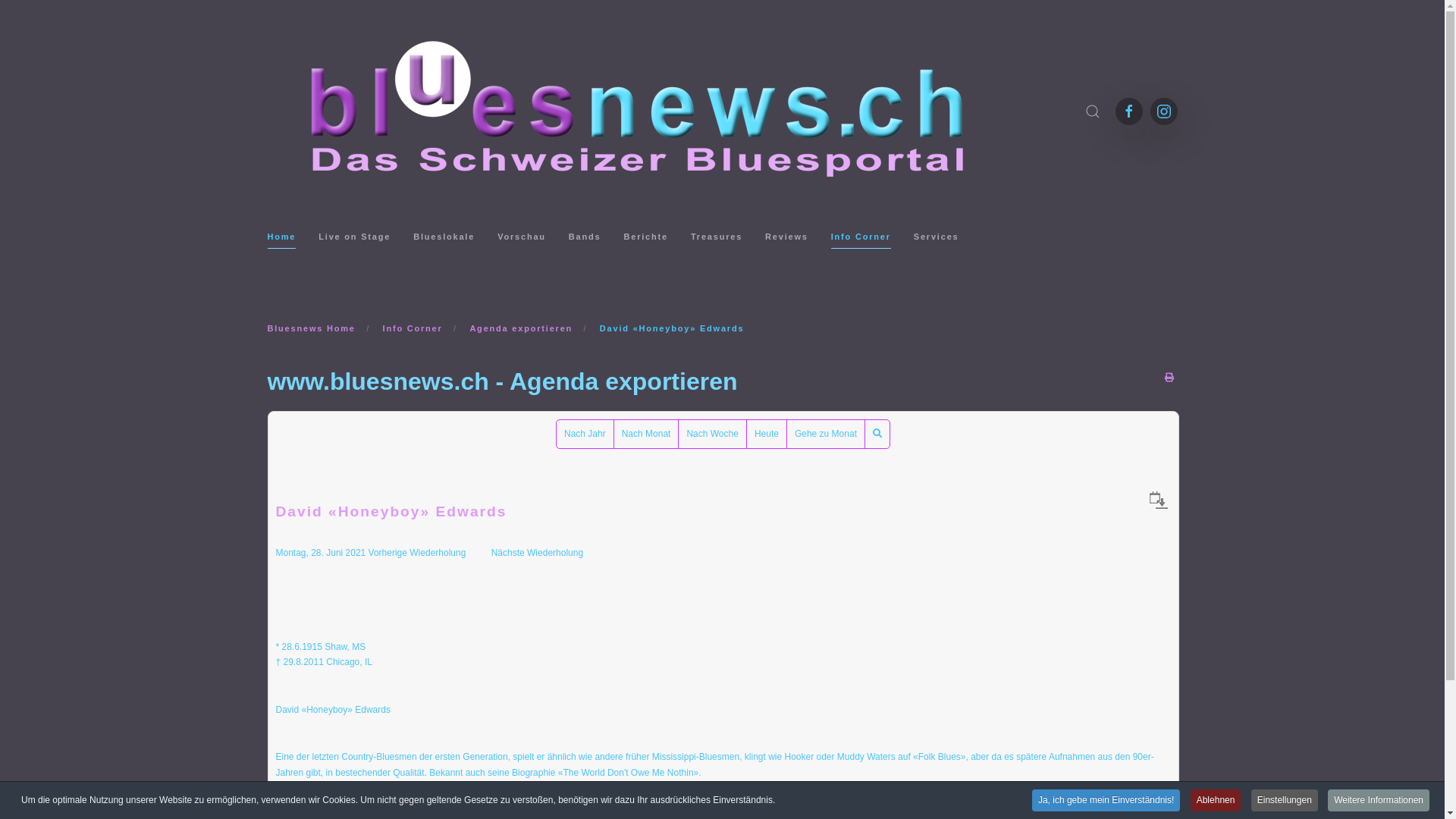 This screenshot has width=1456, height=819. What do you see at coordinates (353, 237) in the screenshot?
I see `'Live on Stage'` at bounding box center [353, 237].